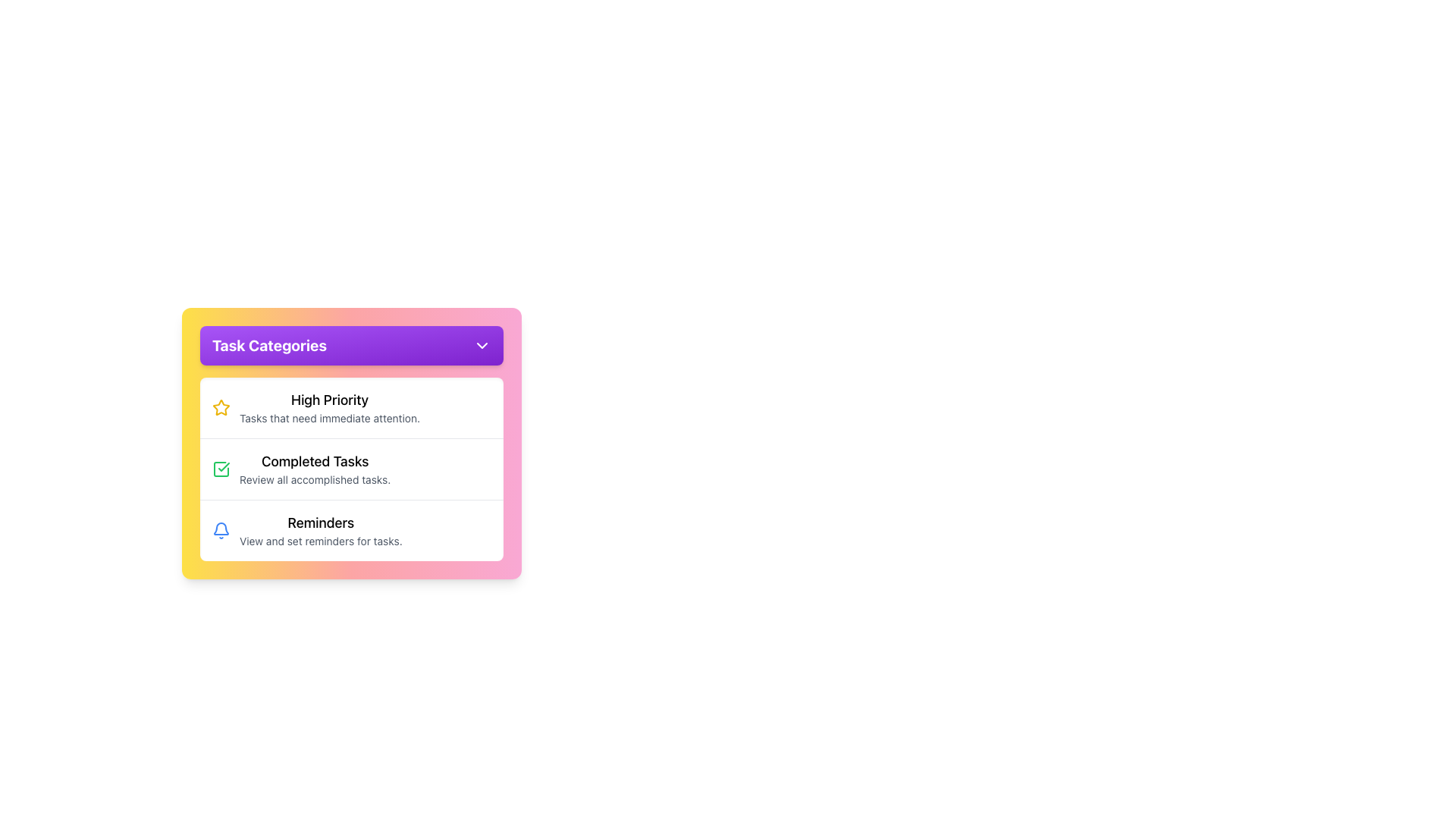 This screenshot has height=819, width=1456. What do you see at coordinates (481, 345) in the screenshot?
I see `the downward-pointing chevron icon with a purple color fill located next to the text 'Task Categories' in the header of the UI panel` at bounding box center [481, 345].